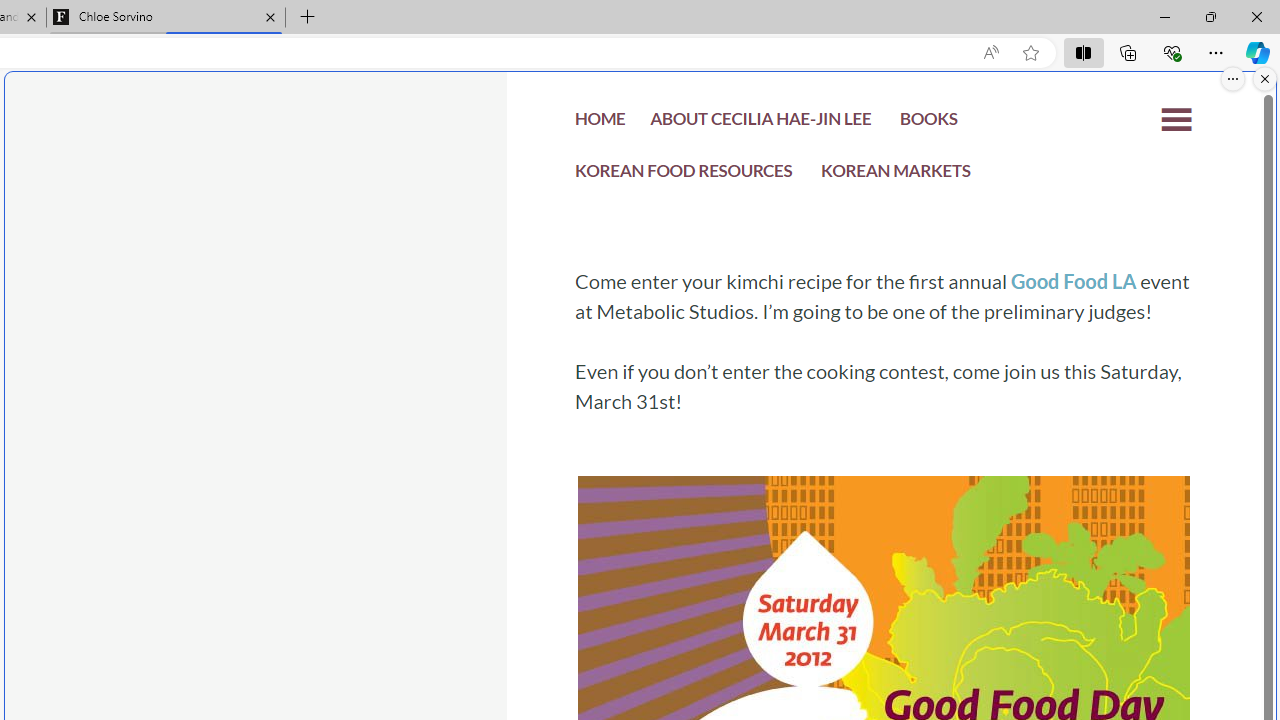  Describe the element at coordinates (759, 124) in the screenshot. I see `'ABOUT CECILIA HAE-JIN LEE'` at that location.